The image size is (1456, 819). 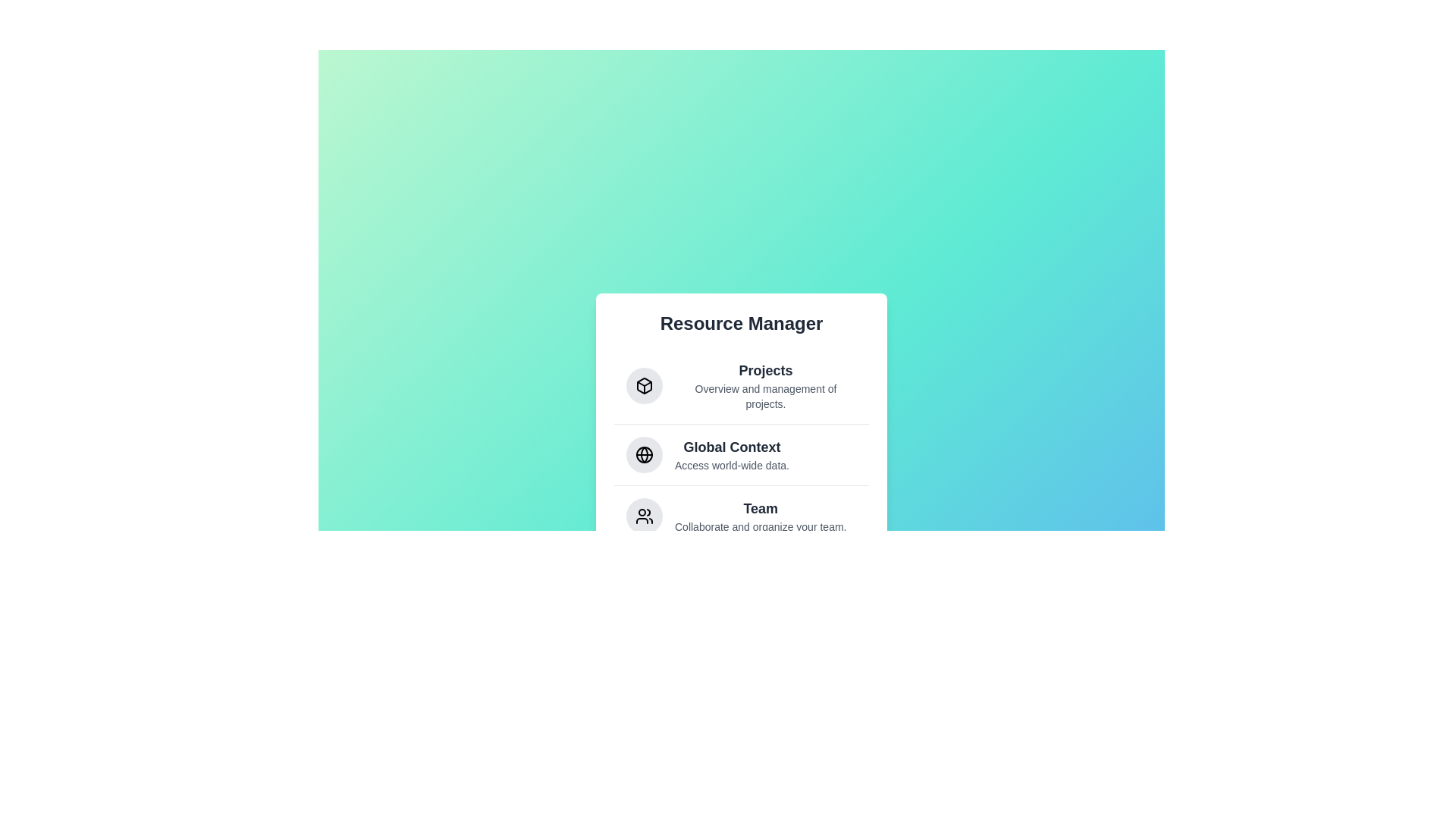 What do you see at coordinates (742, 453) in the screenshot?
I see `the menu item Global Context to reveal additional information` at bounding box center [742, 453].